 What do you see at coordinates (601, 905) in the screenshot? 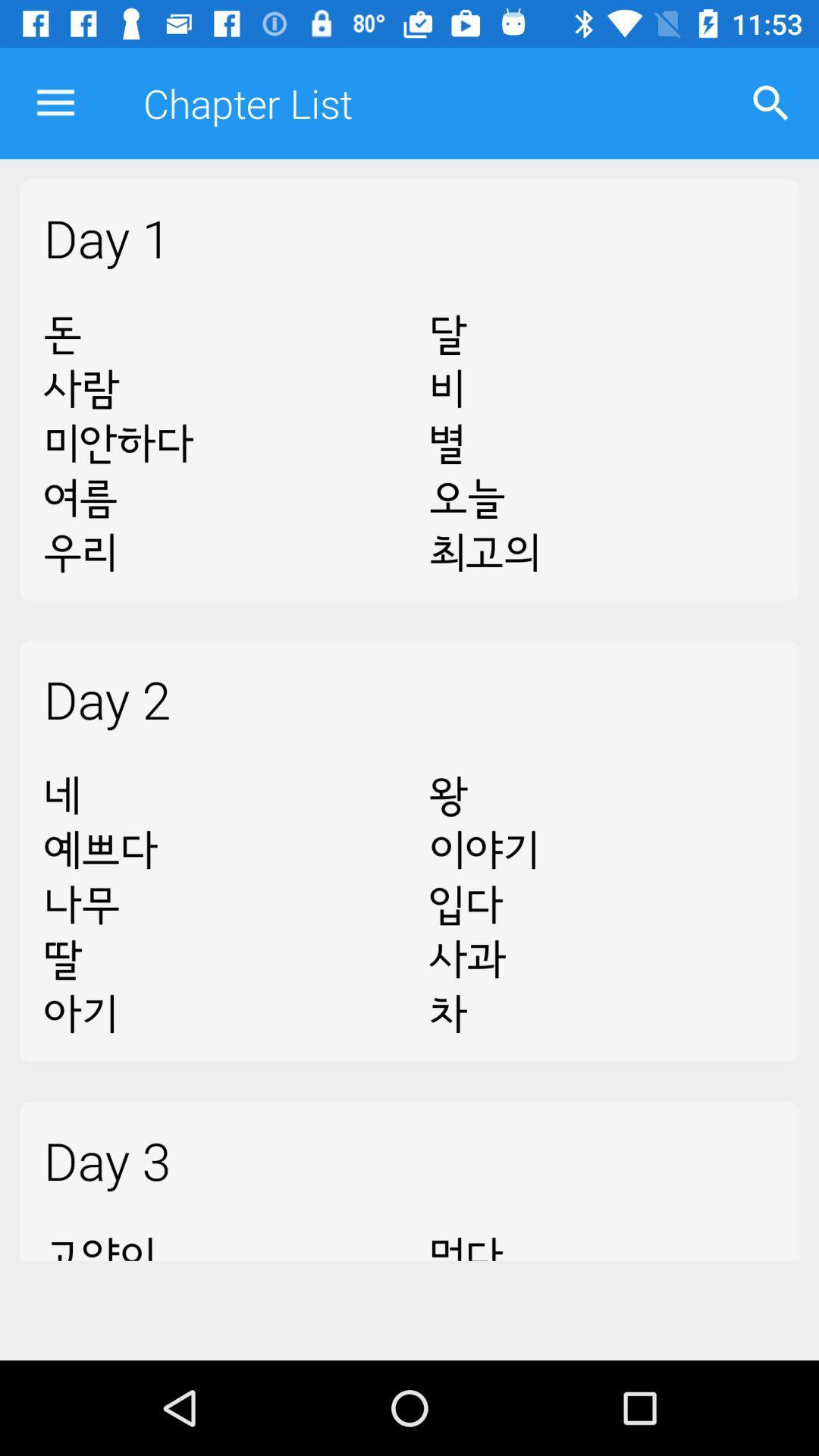
I see `icon on the right` at bounding box center [601, 905].